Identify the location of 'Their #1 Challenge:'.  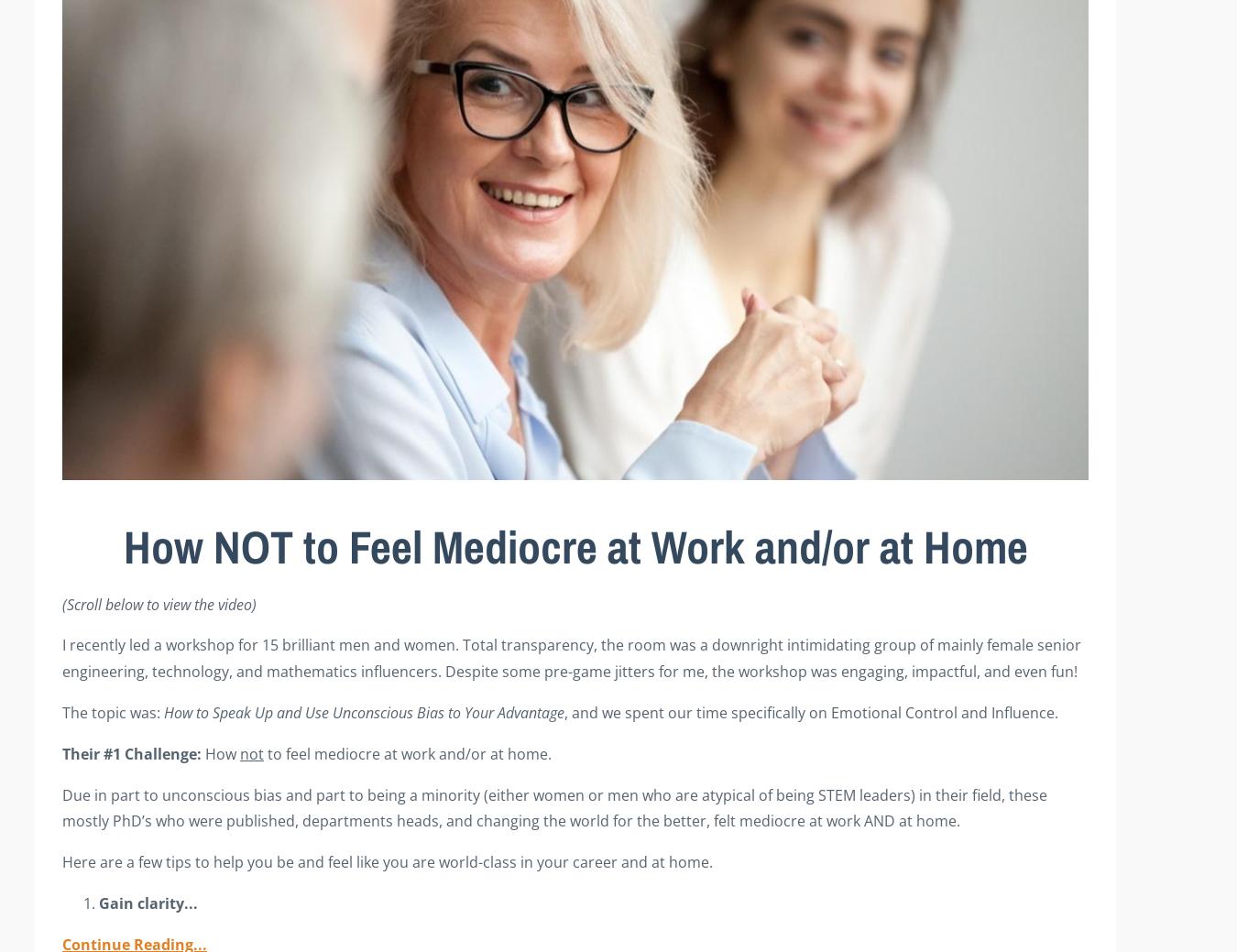
(132, 751).